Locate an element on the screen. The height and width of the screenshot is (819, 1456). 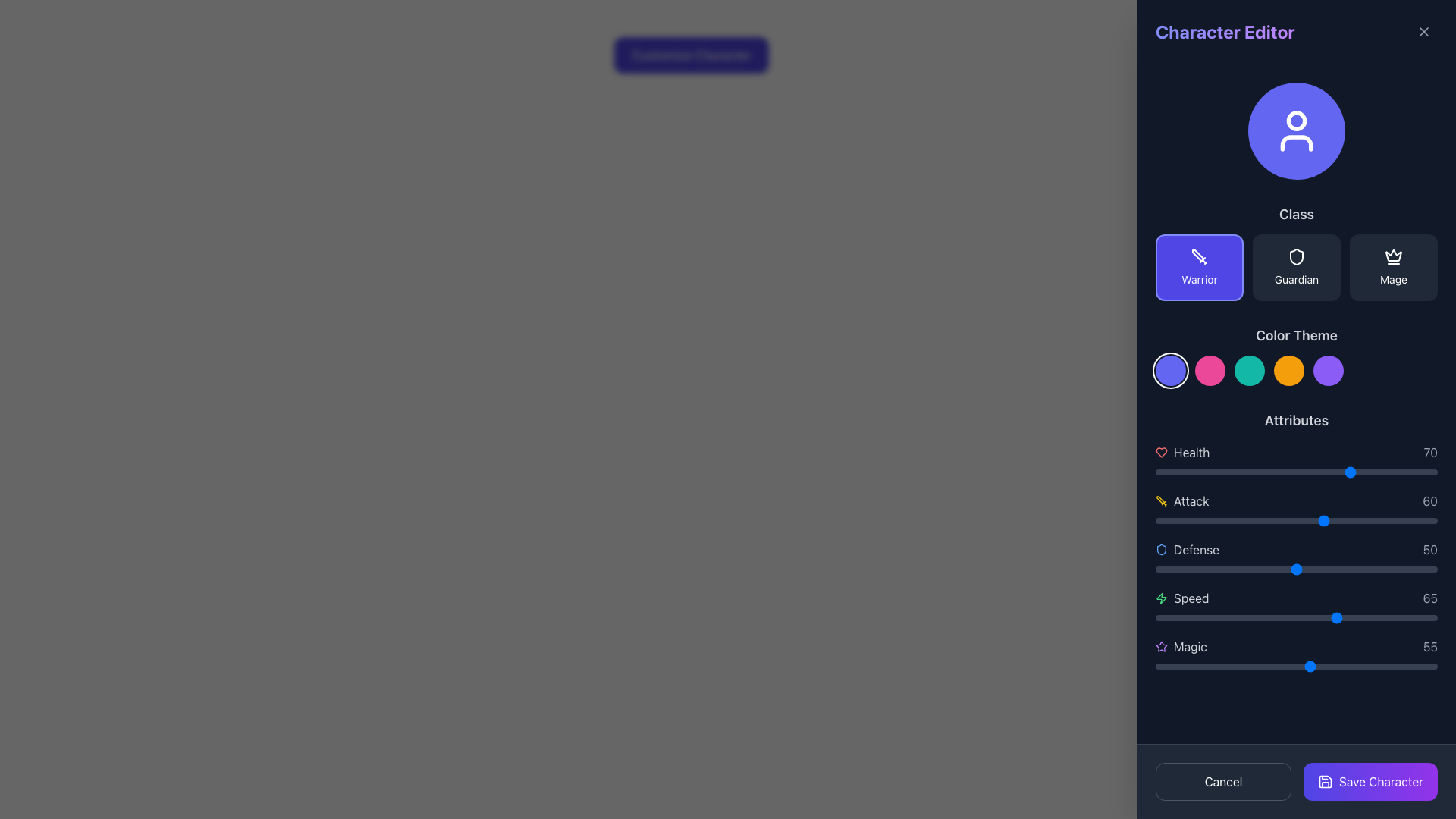
health value is located at coordinates (1197, 472).